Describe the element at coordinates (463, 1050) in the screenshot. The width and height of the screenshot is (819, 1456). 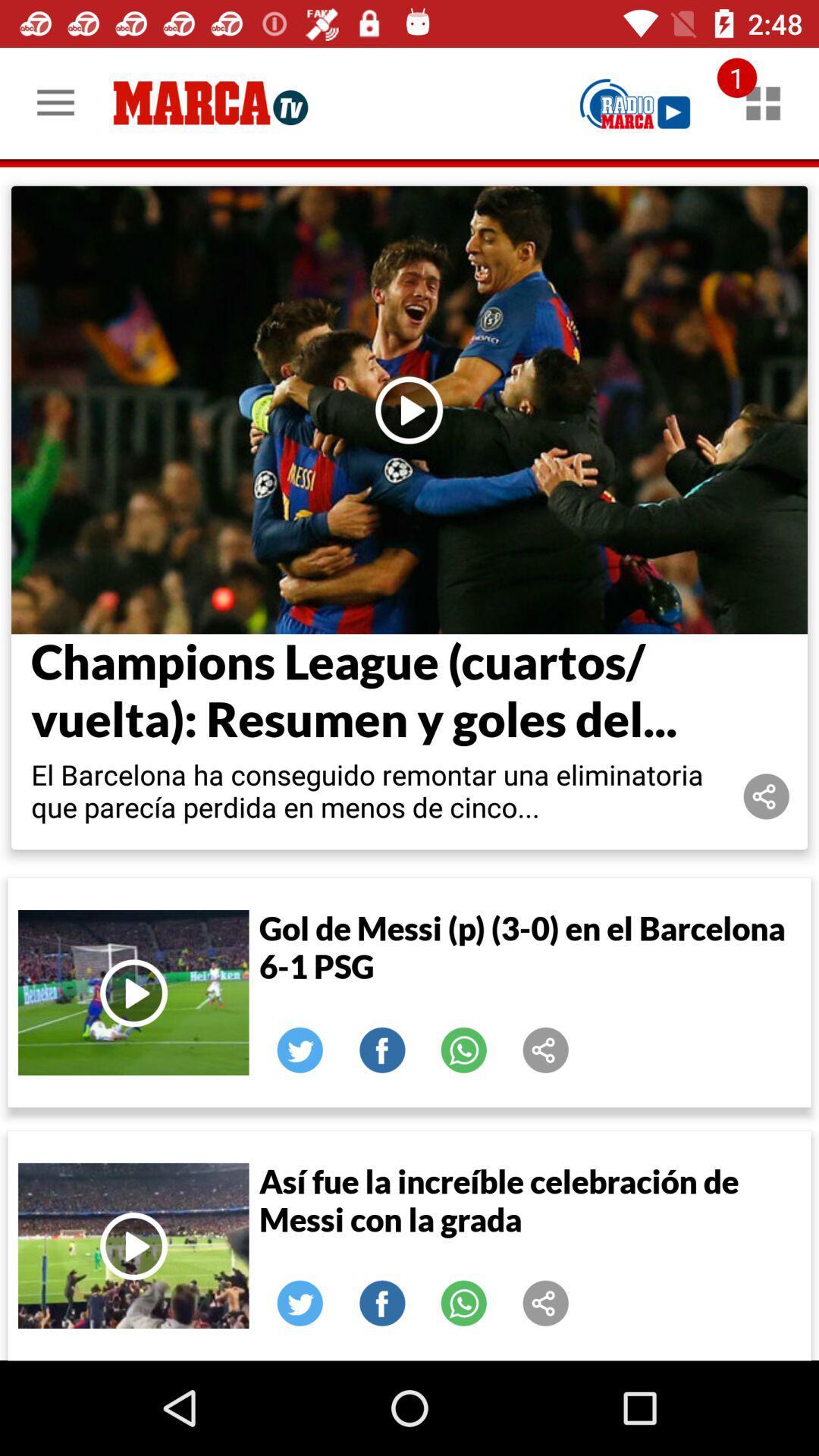
I see `share on whatsapp` at that location.